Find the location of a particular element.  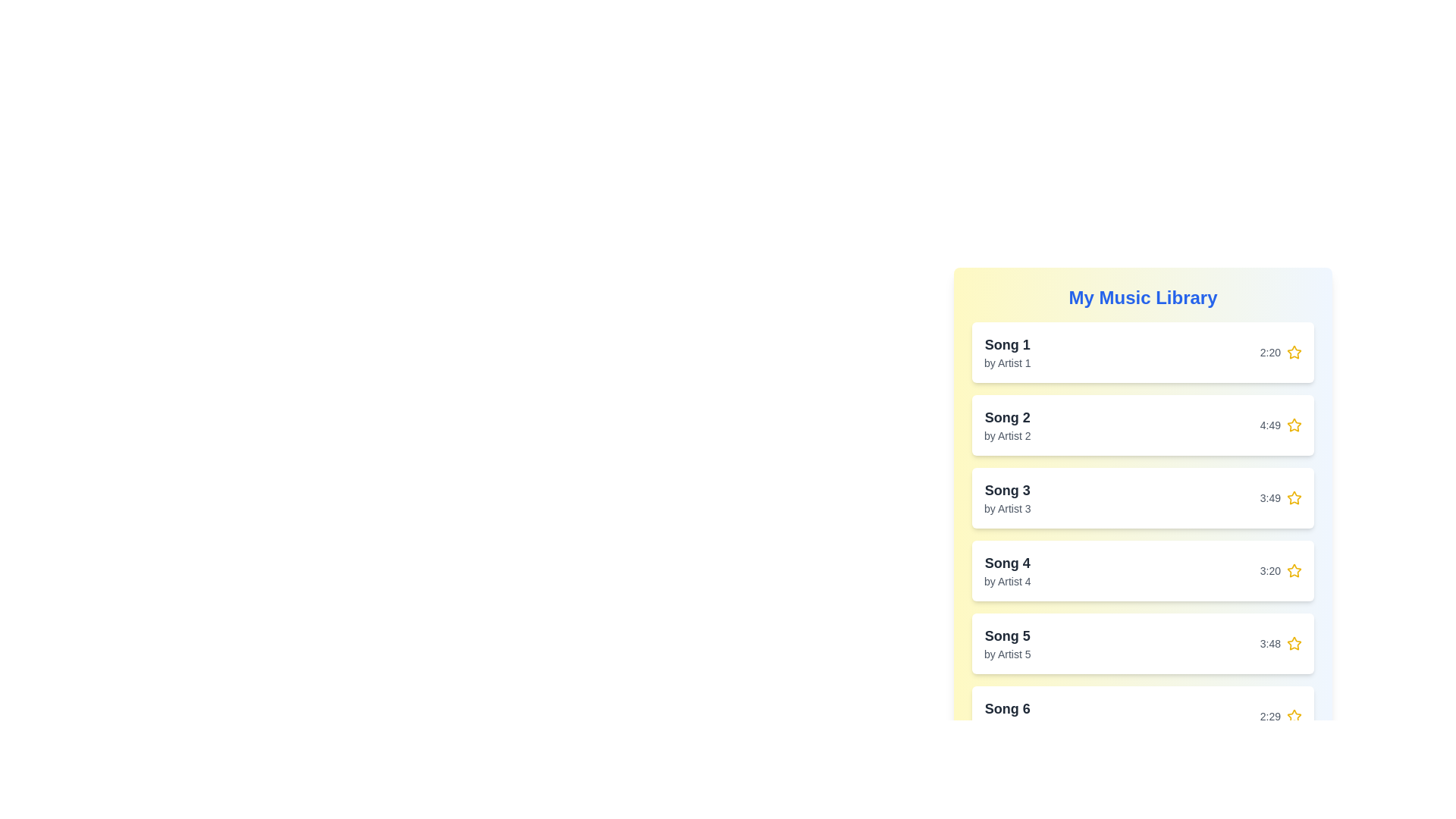

the 'Song 5' text display, which is the primary title in the song entry card located at the fifth position in a vertical list is located at coordinates (1007, 636).